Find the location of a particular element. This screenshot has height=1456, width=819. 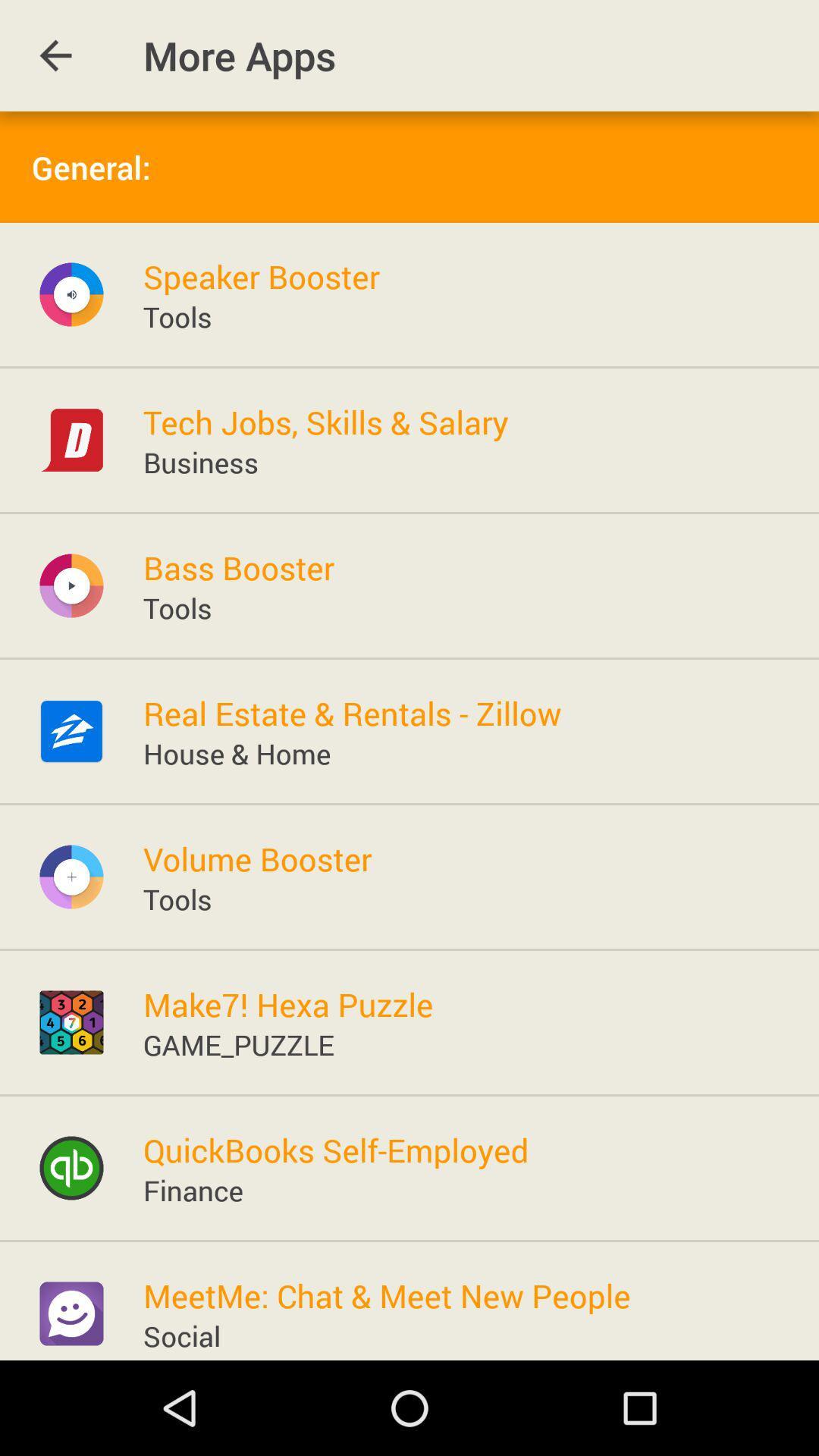

item to the left of the more apps app is located at coordinates (55, 55).